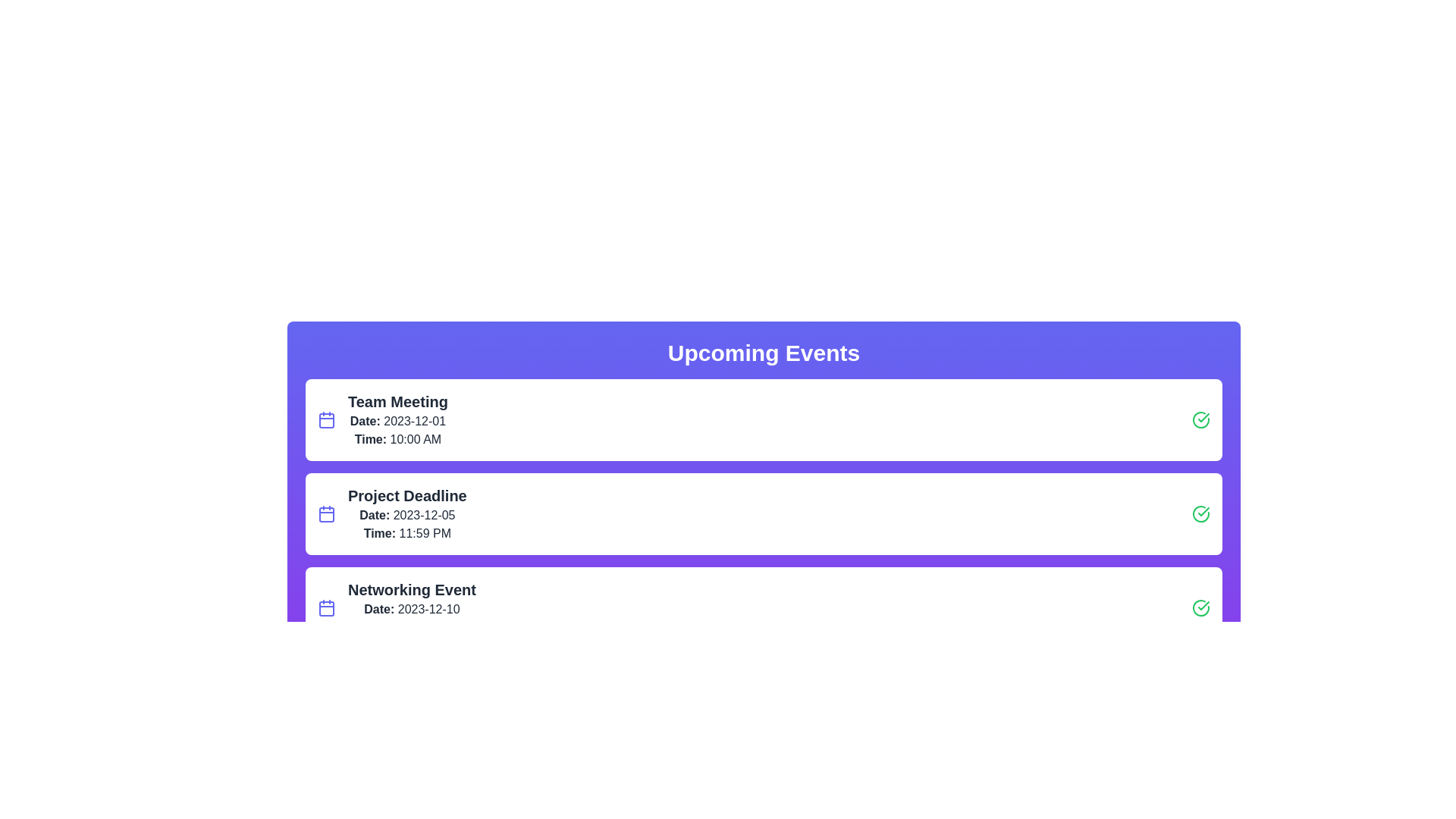 Image resolution: width=1456 pixels, height=819 pixels. I want to click on the Header text element that indicates the purpose of the Upcoming Events section, so click(764, 353).